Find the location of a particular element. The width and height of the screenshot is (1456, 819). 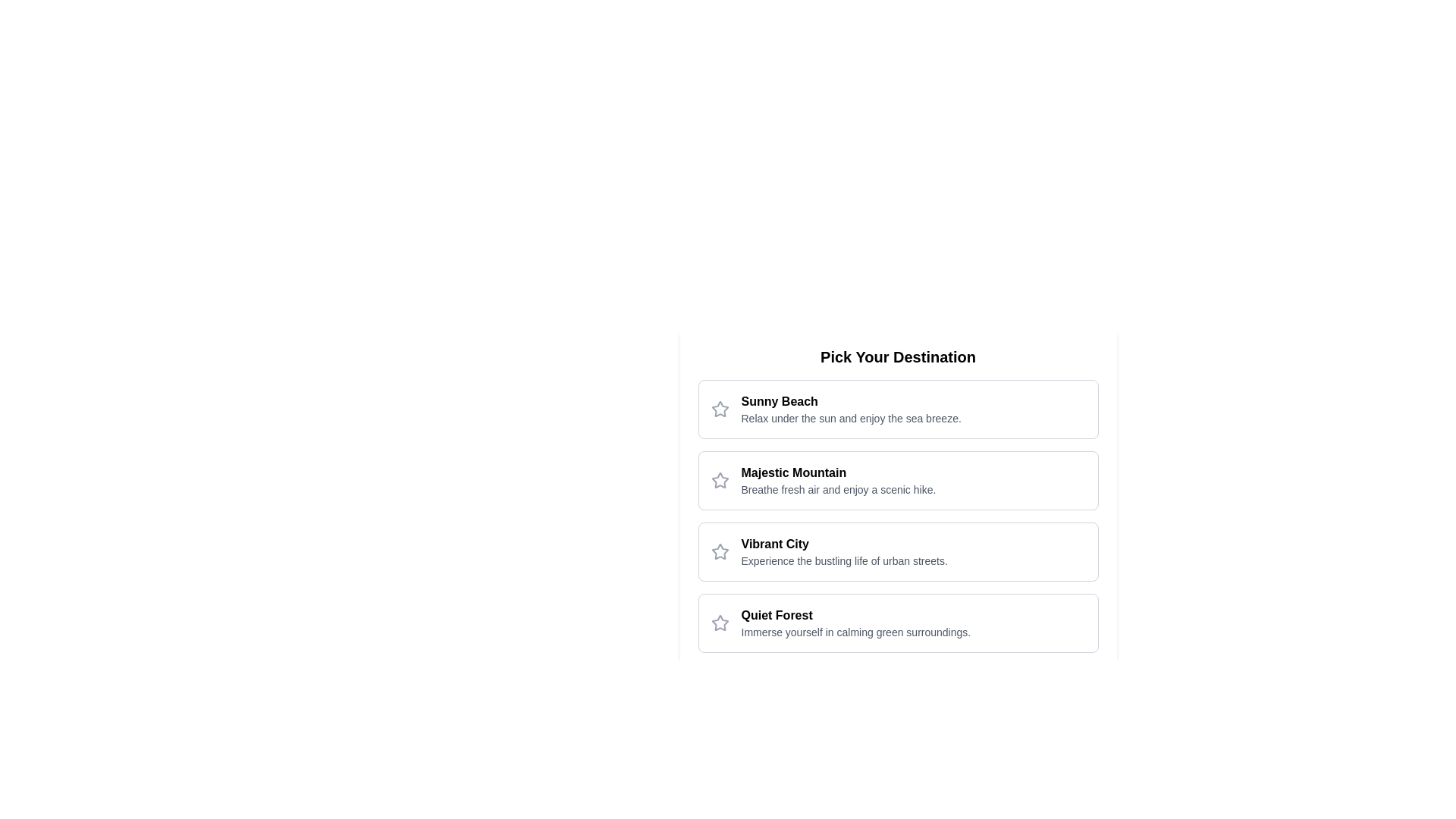

the interactive list item labeled 'Pick Your Destination', specifically the second option 'Majestic Mountain' is located at coordinates (898, 500).